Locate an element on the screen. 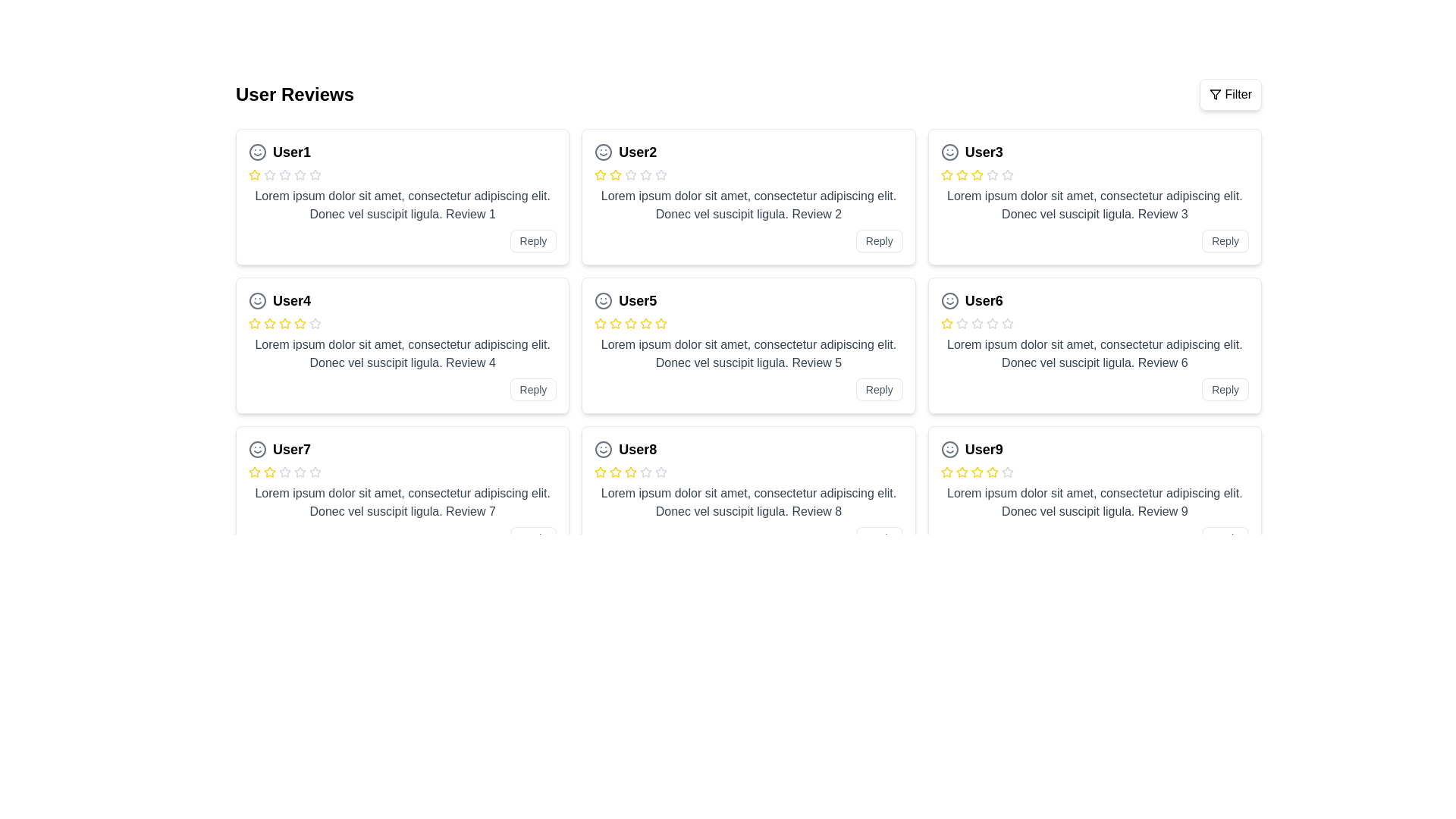 The width and height of the screenshot is (1456, 819). the third star icon in the rating component of User5's review card to set a rating is located at coordinates (646, 322).